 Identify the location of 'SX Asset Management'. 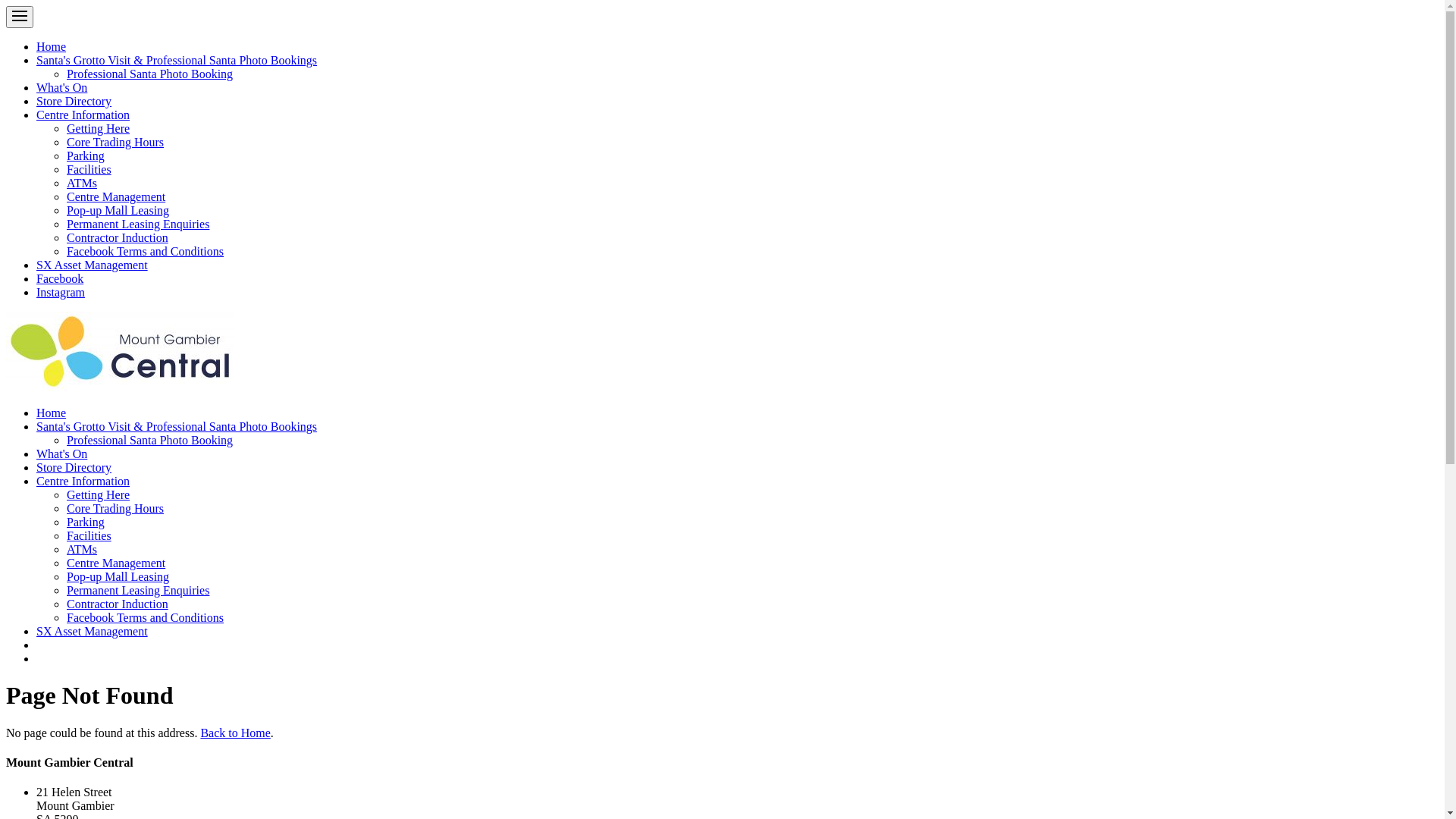
(91, 631).